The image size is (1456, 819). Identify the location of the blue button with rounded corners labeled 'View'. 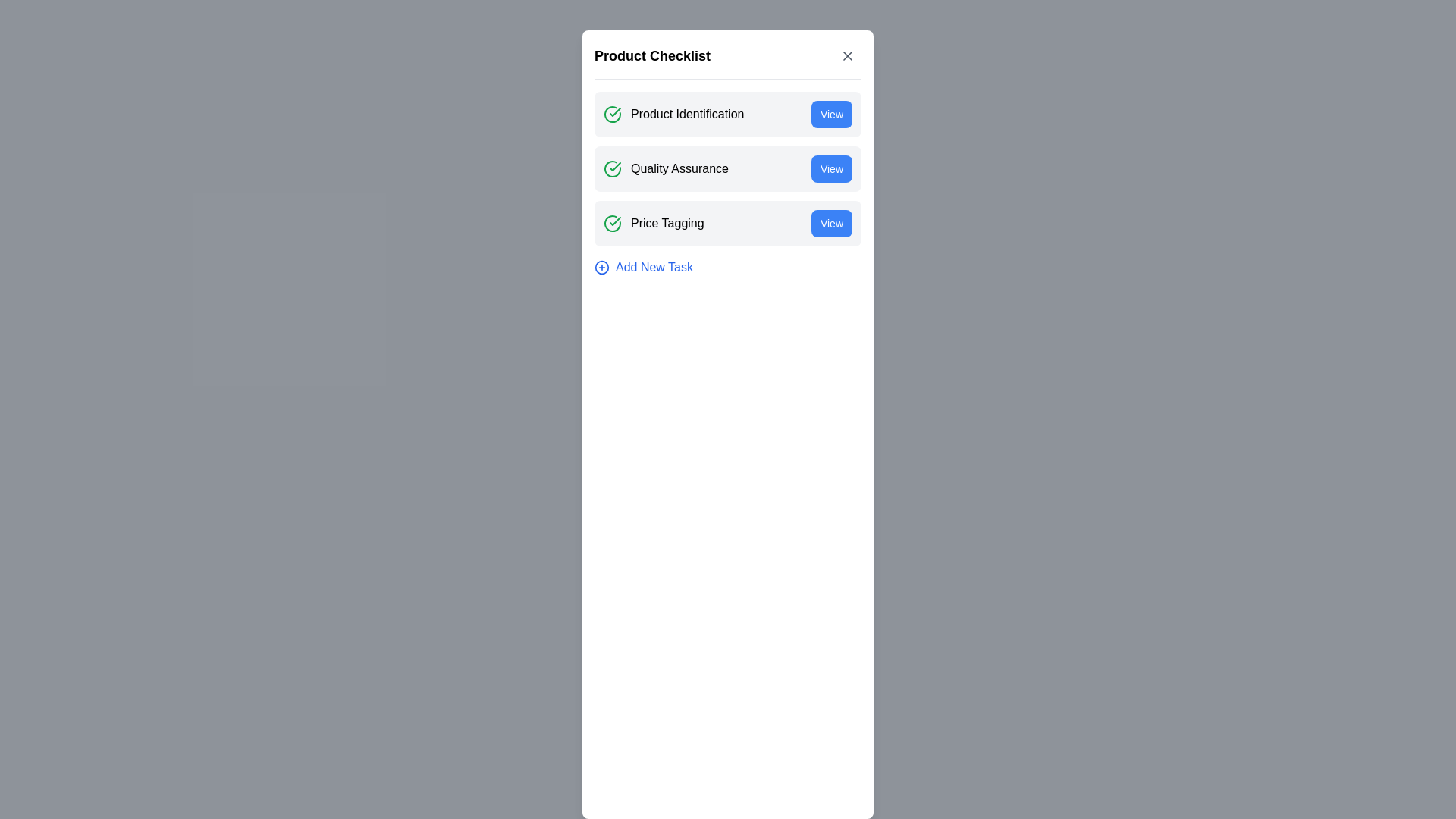
(830, 113).